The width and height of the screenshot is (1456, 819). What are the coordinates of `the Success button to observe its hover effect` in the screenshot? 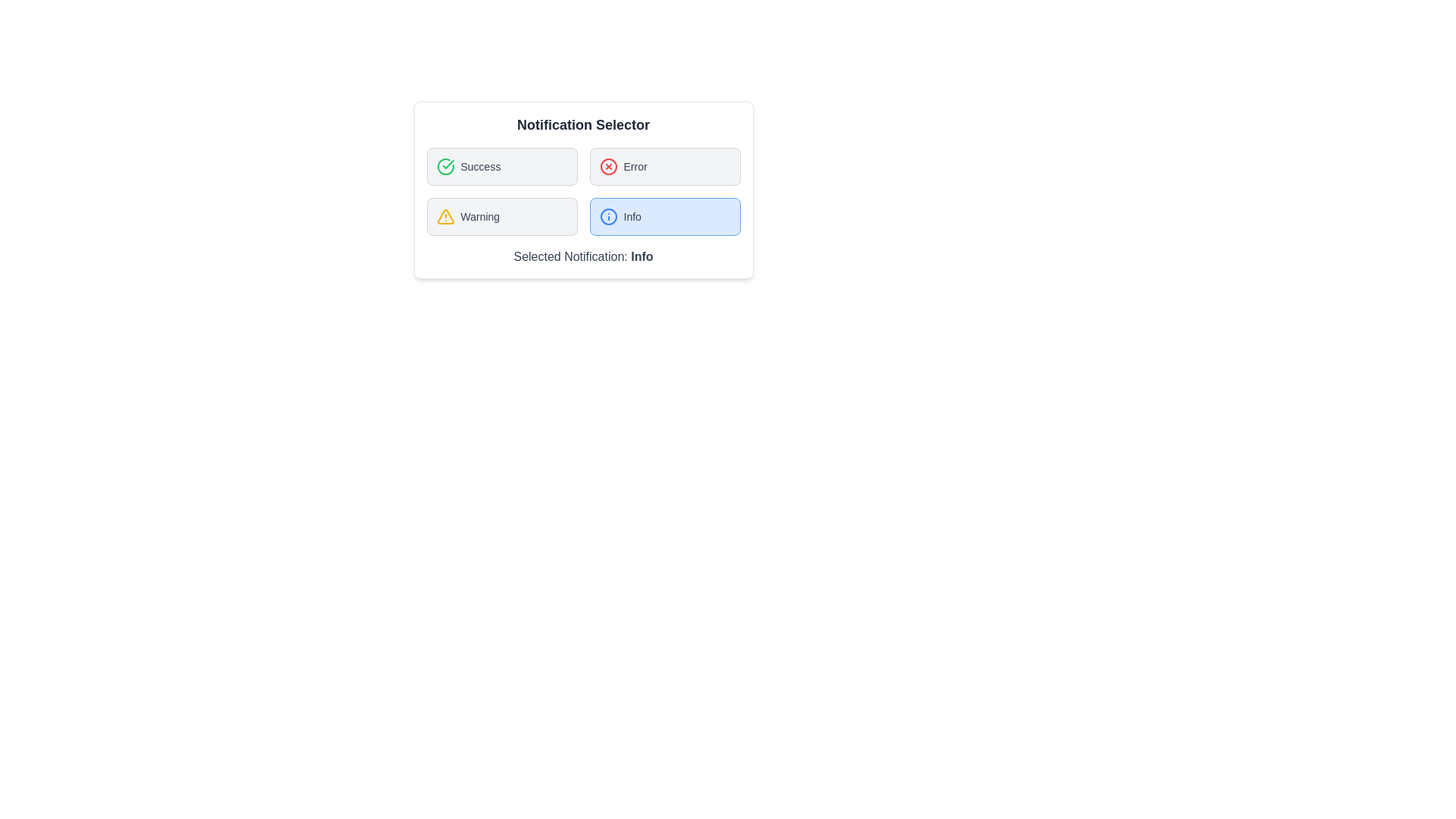 It's located at (502, 166).